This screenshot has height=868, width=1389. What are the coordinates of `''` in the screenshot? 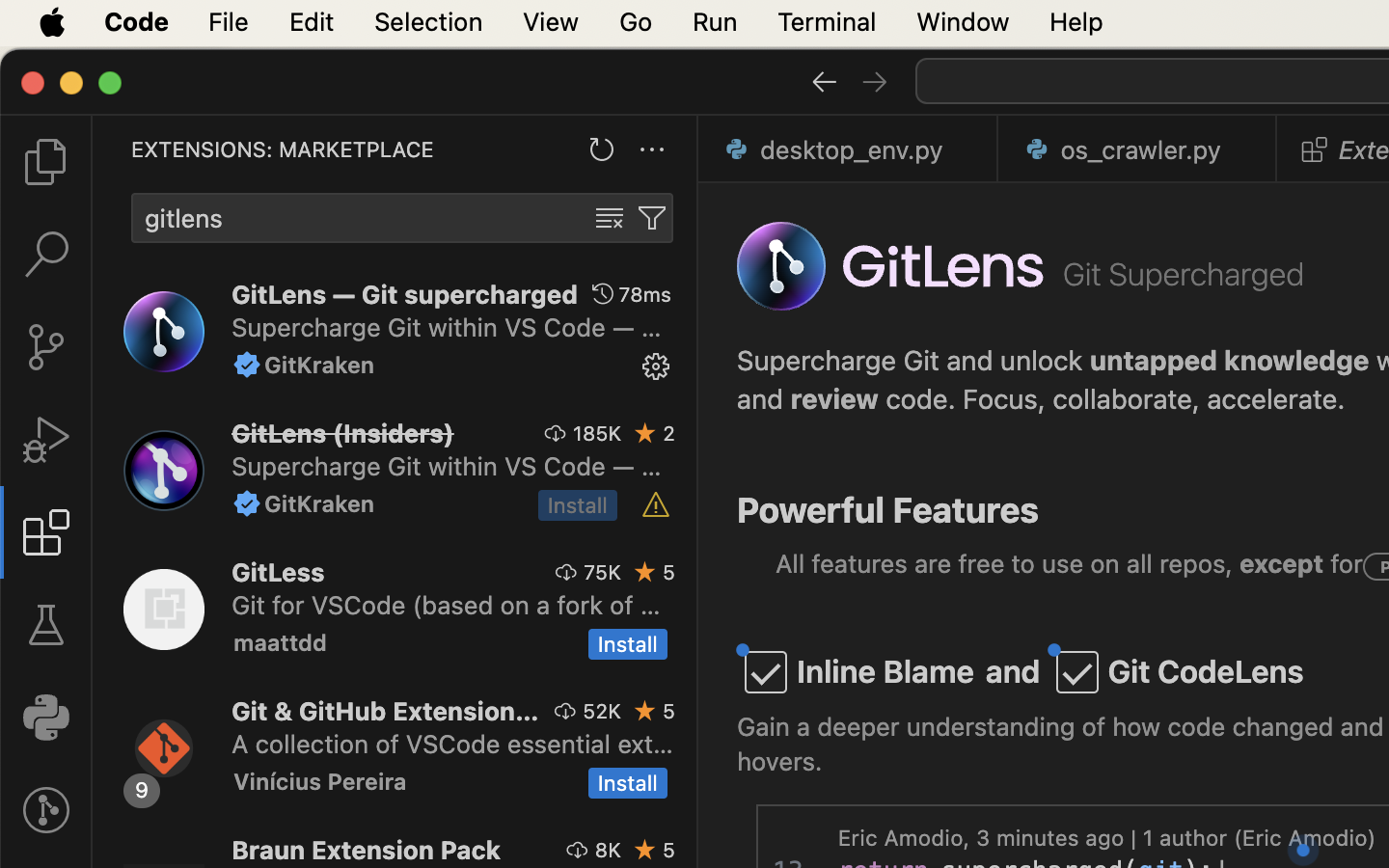 It's located at (246, 365).